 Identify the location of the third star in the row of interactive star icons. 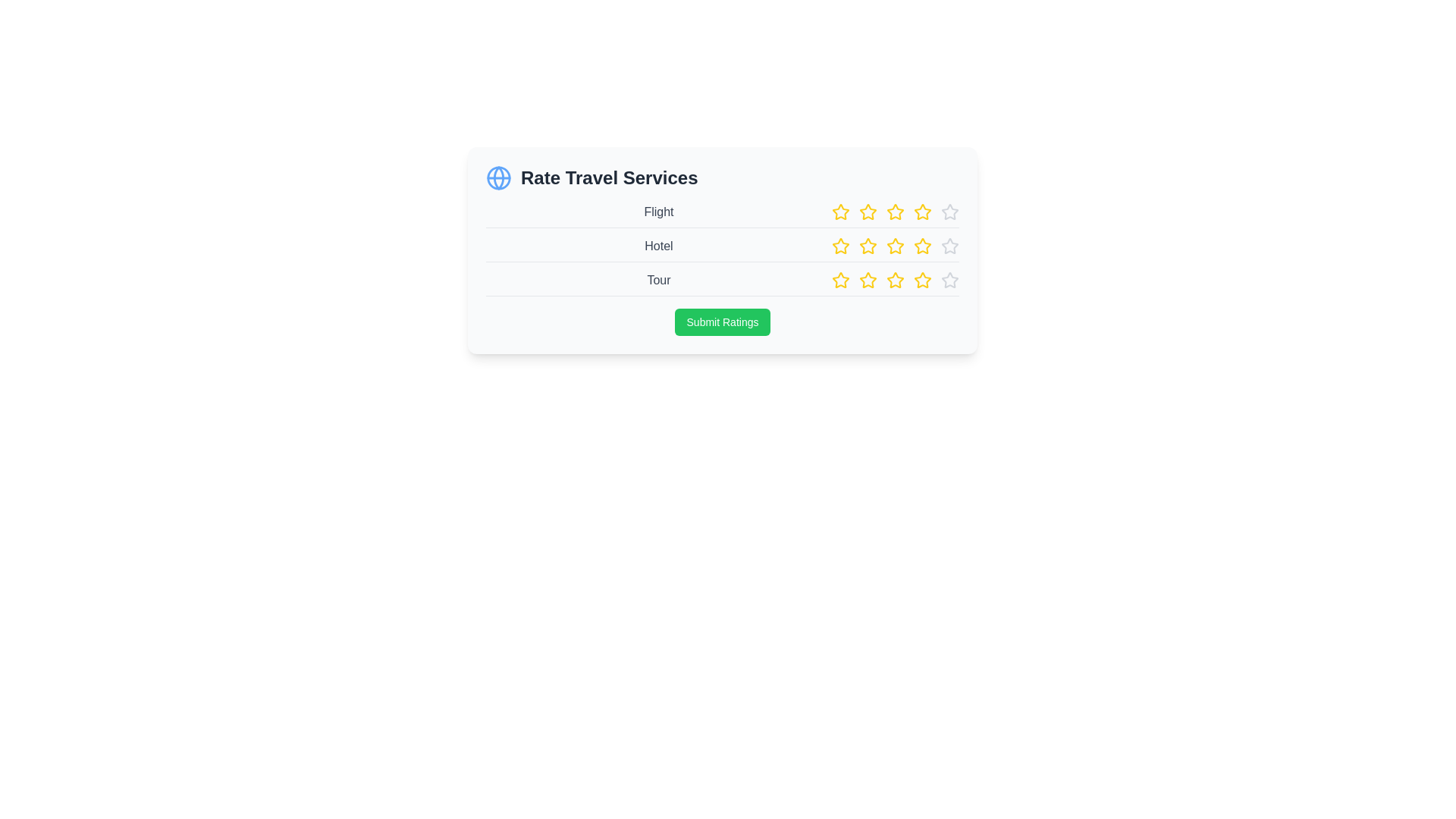
(895, 212).